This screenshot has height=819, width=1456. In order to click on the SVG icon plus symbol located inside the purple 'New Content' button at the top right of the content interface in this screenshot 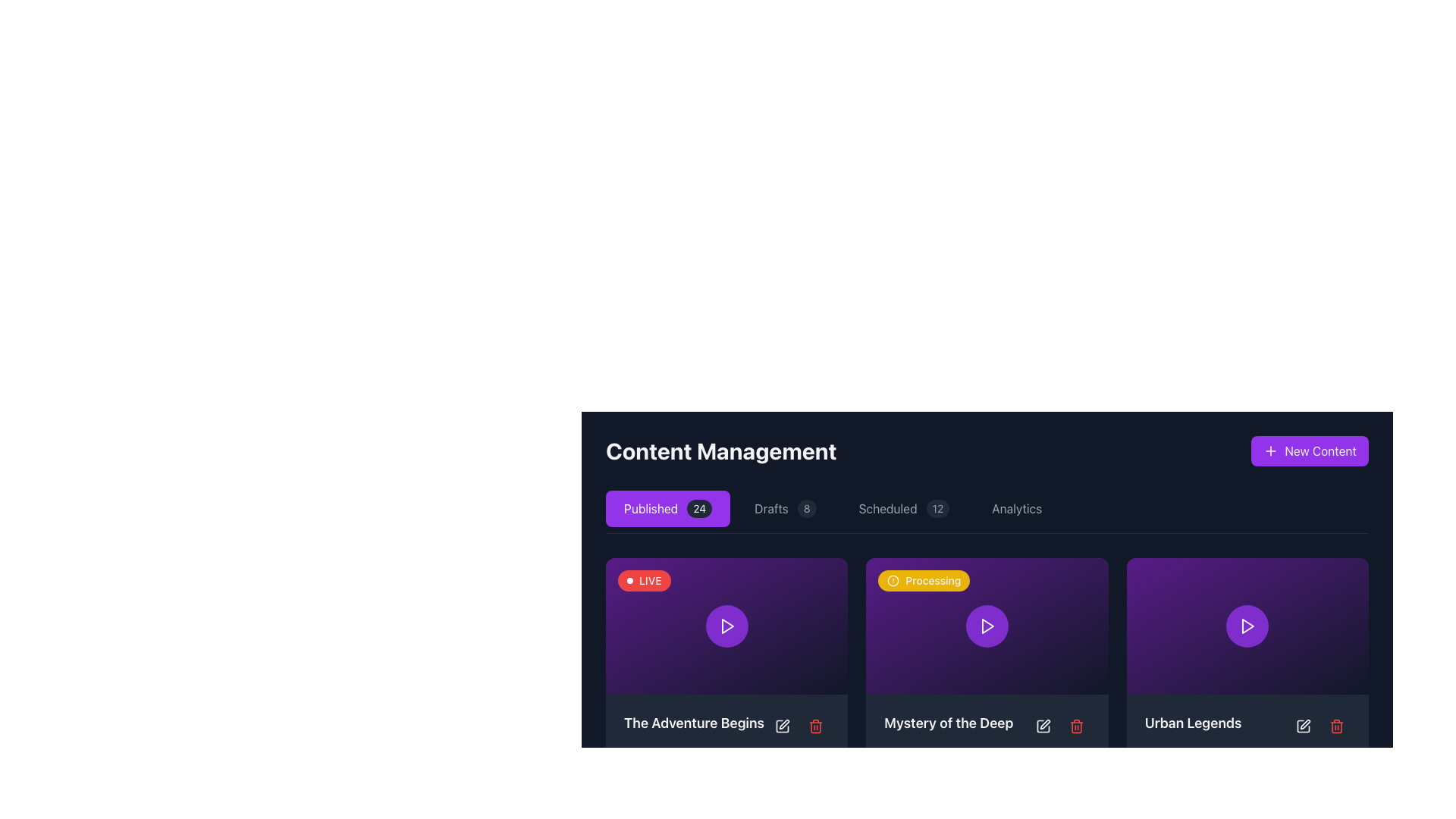, I will do `click(1271, 450)`.